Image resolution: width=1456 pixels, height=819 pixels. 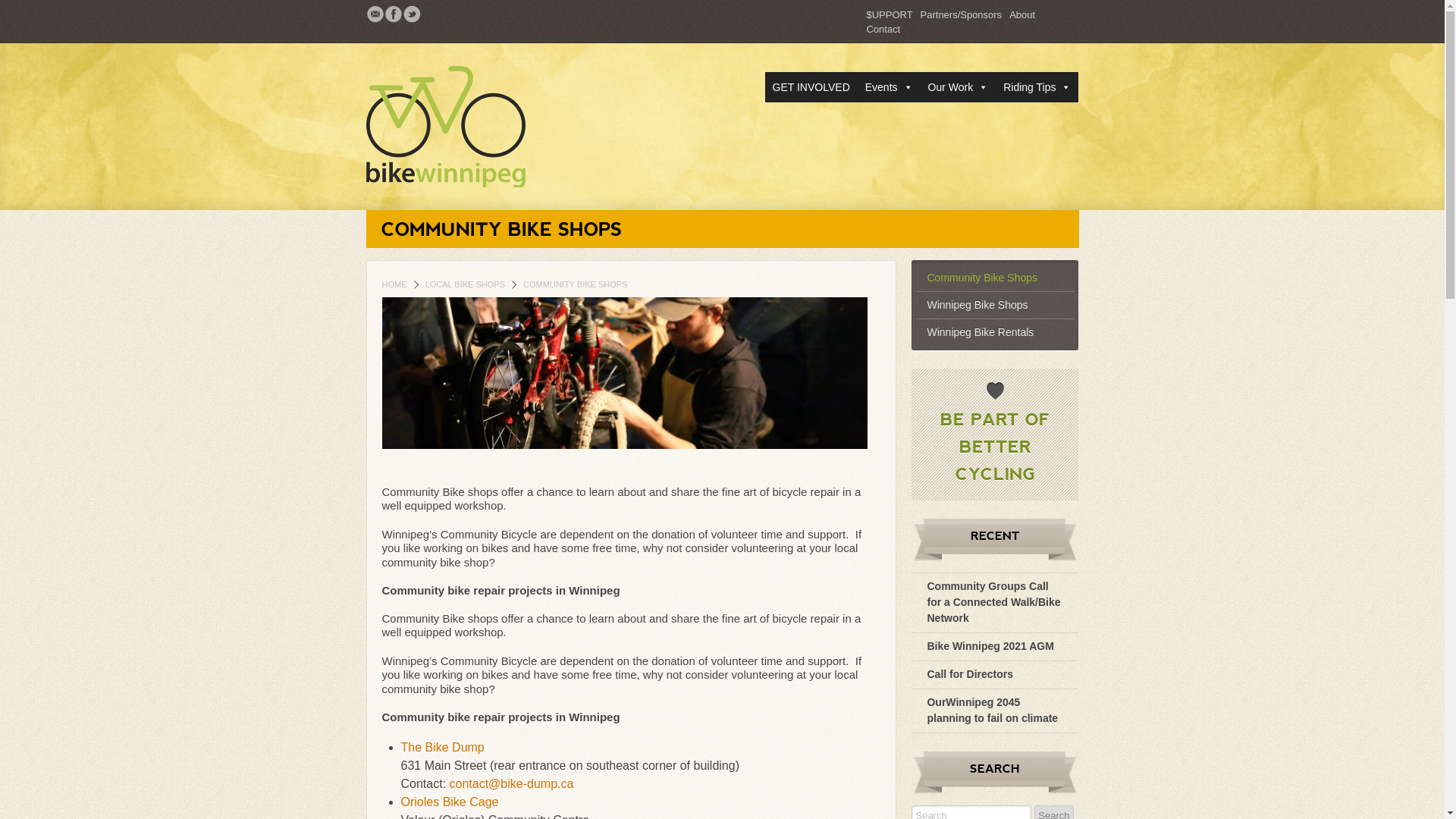 What do you see at coordinates (990, 646) in the screenshot?
I see `'Bike Winnipeg 2021 AGM'` at bounding box center [990, 646].